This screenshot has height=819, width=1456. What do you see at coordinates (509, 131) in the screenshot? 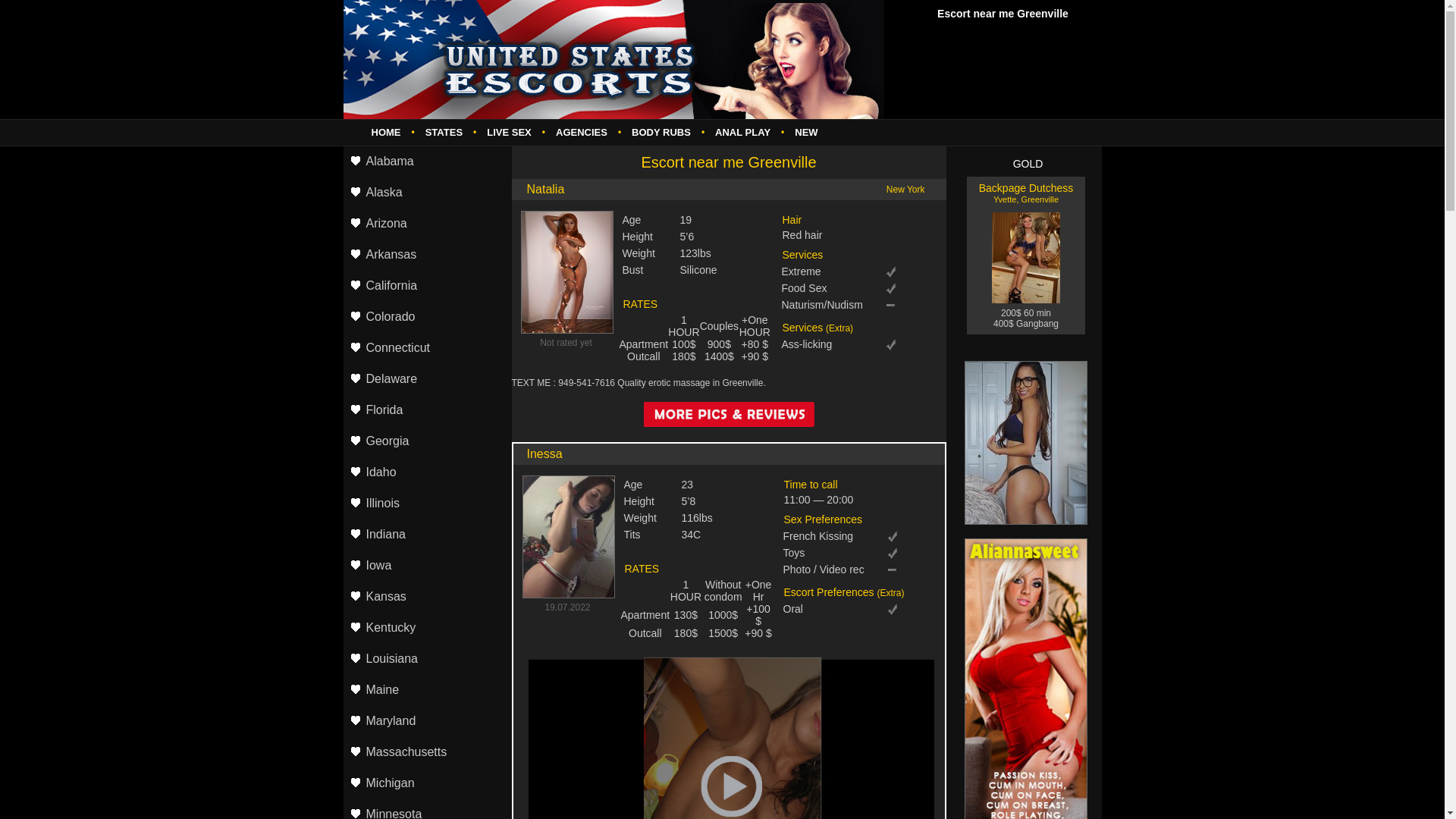
I see `'LIVE SEX'` at bounding box center [509, 131].